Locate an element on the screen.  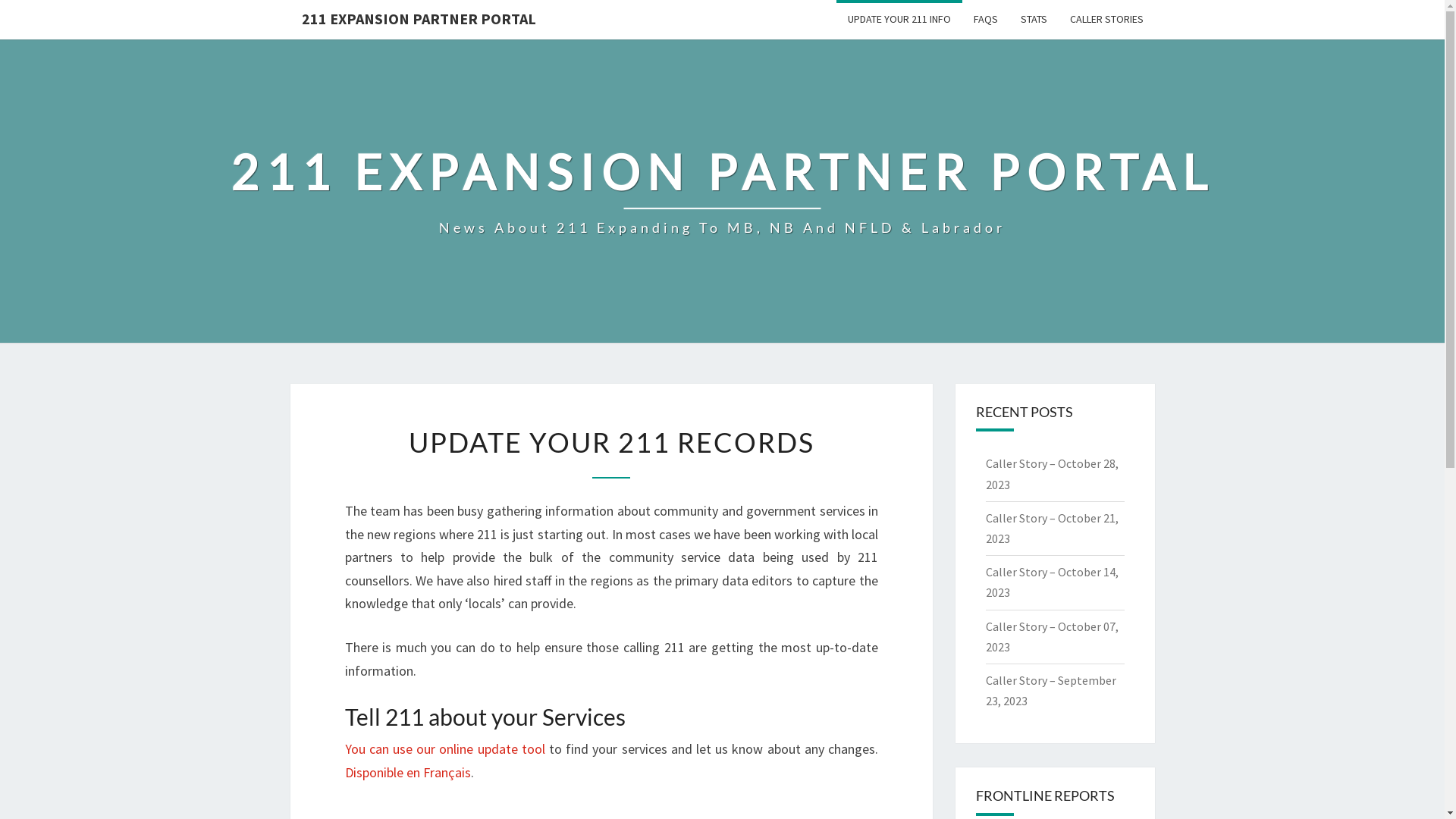
'STATS' is located at coordinates (1032, 20).